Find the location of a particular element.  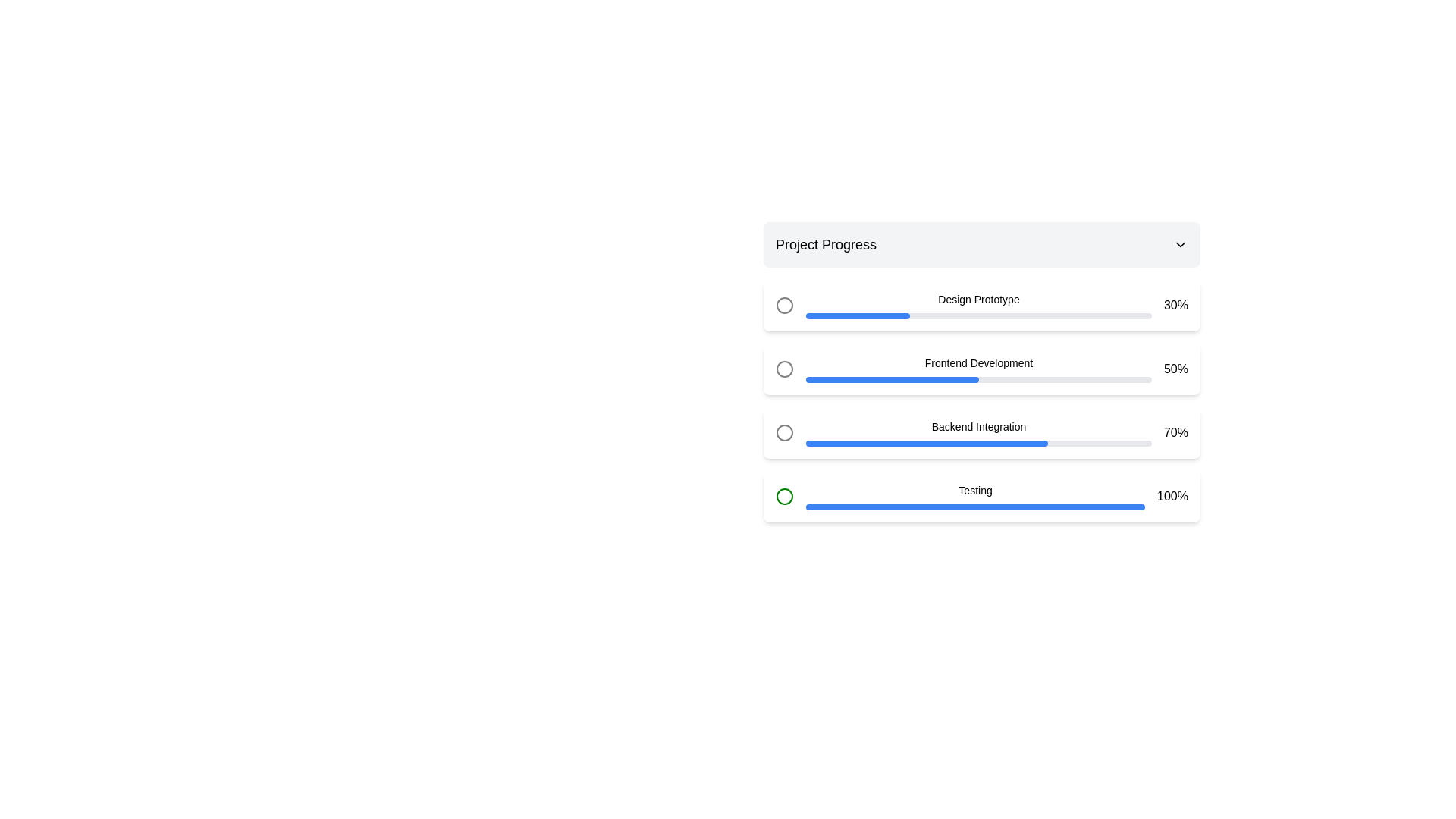

the second circular SVG element with a gray stroke color, located near the text 'Frontend Development' in the progress tracking UI is located at coordinates (785, 369).